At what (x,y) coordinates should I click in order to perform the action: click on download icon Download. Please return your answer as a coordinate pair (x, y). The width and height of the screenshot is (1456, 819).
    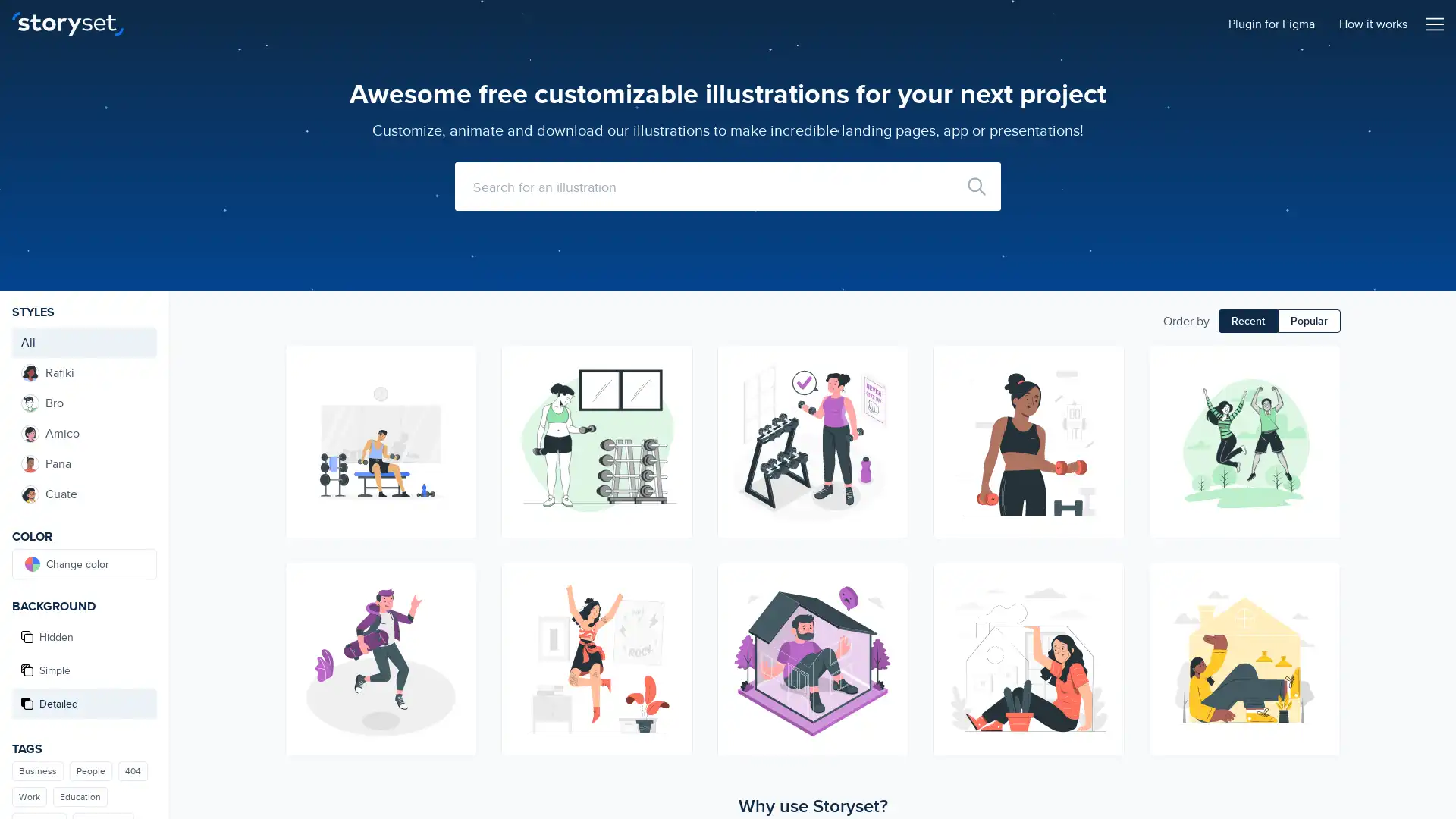
    Looking at the image, I should click on (457, 391).